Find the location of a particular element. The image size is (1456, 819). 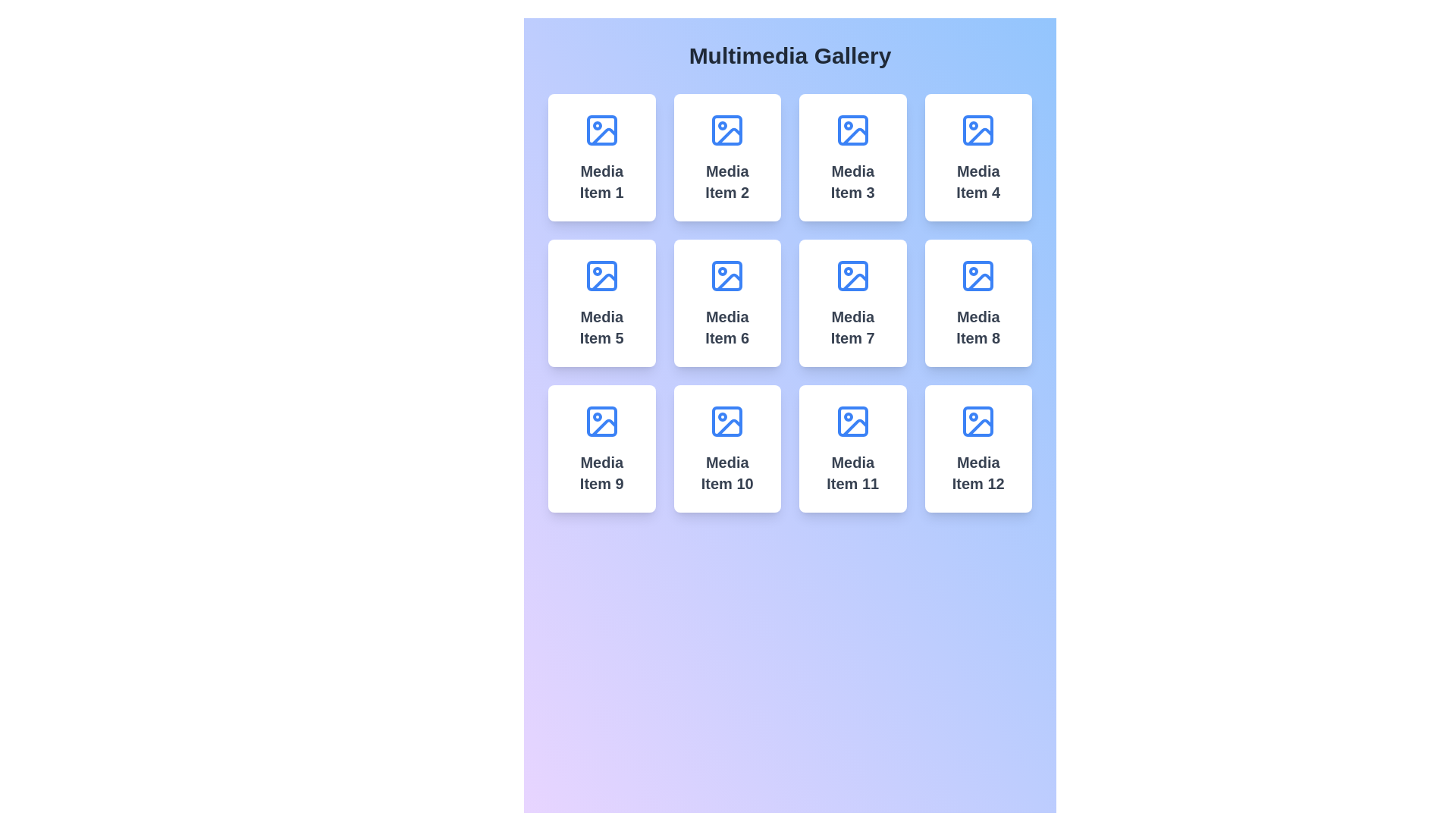

the Card component located in the multimedia gallery, which displays a title and an icon, positioned in the second row and second column of the grid layout is located at coordinates (726, 303).